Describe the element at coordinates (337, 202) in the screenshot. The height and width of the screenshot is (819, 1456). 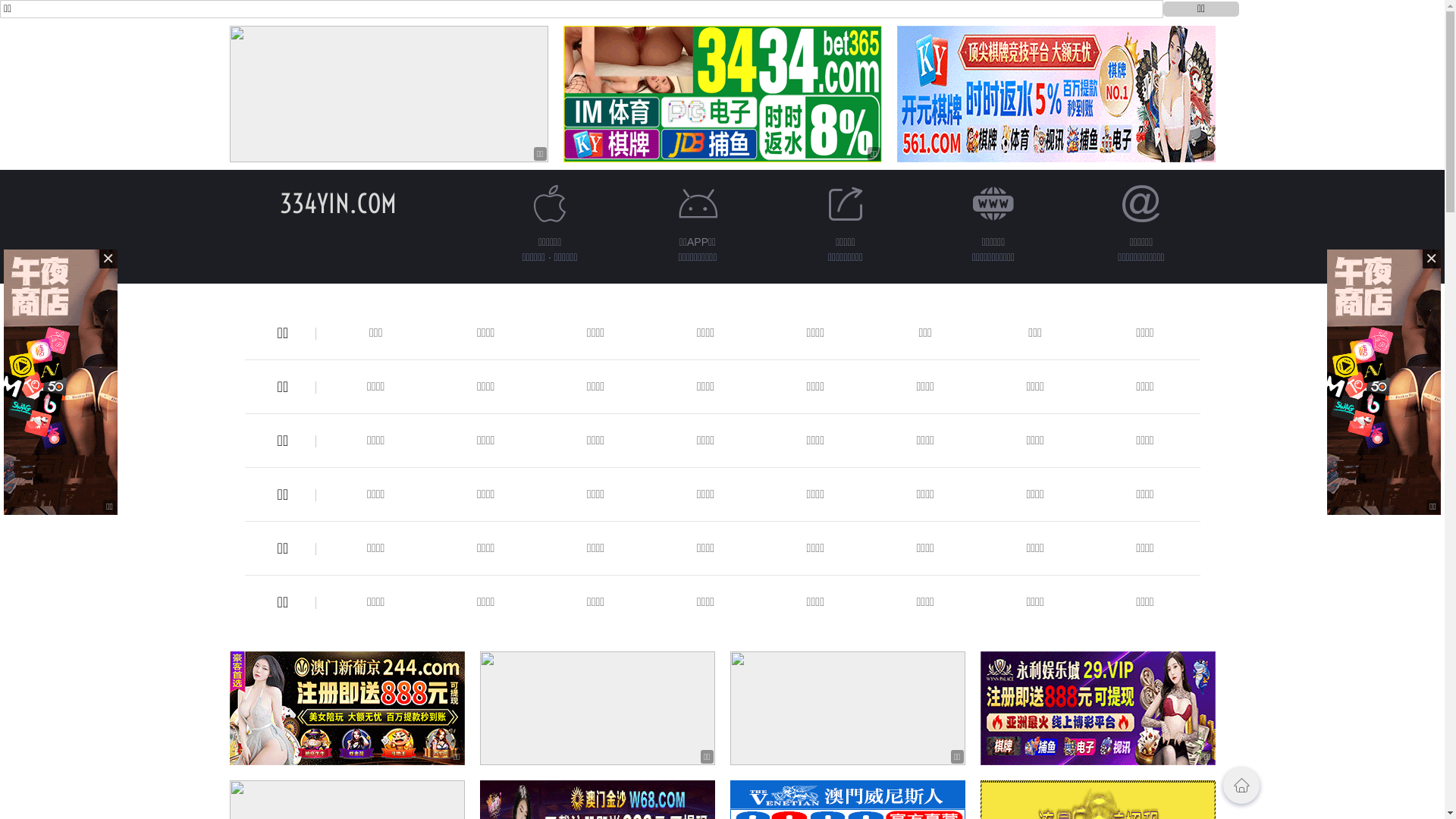
I see `'334YIN.COM'` at that location.